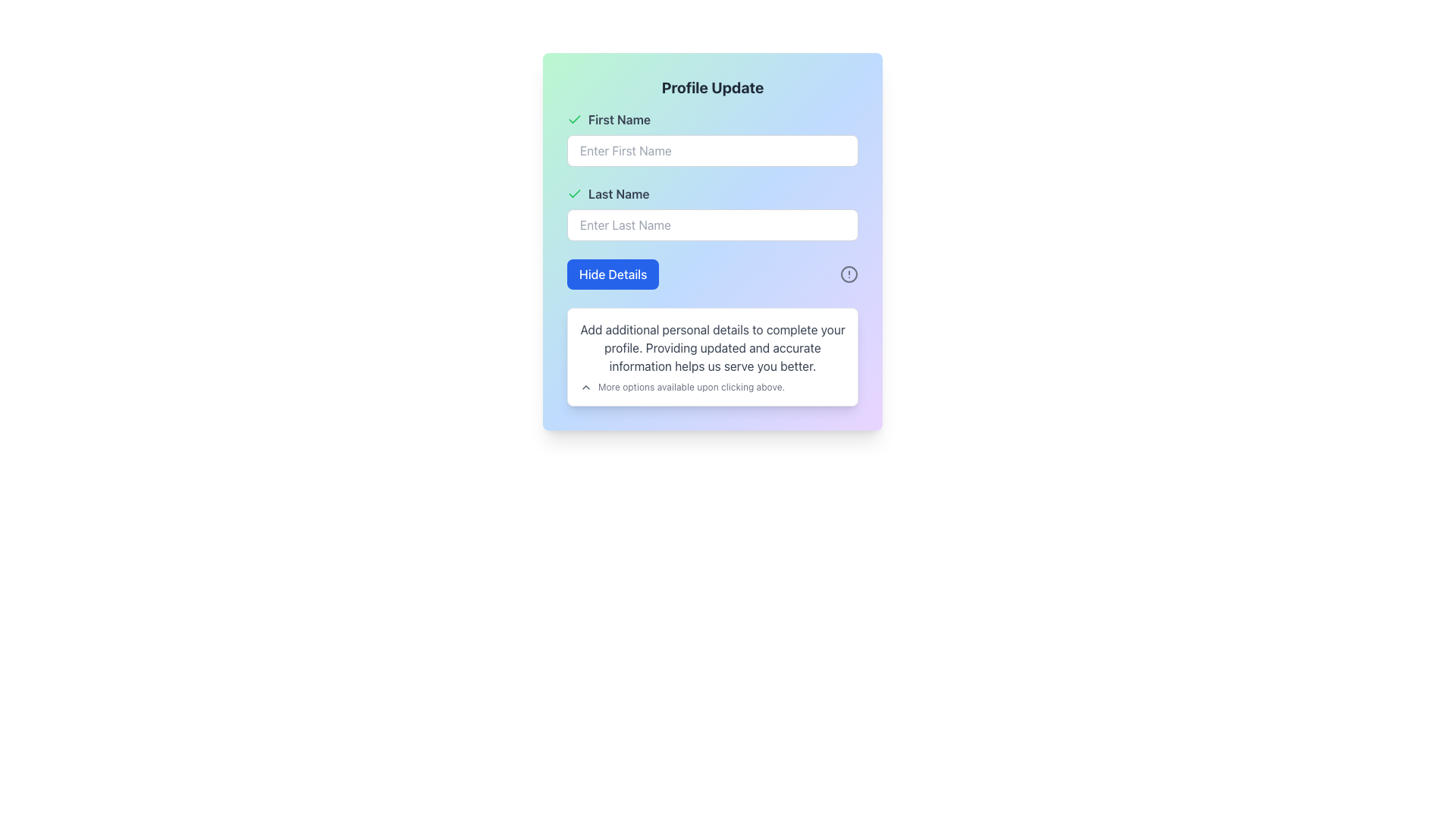  I want to click on the static informational text that guides users to complete their profile, positioned centrally in the lower half of the card layout, so click(712, 348).